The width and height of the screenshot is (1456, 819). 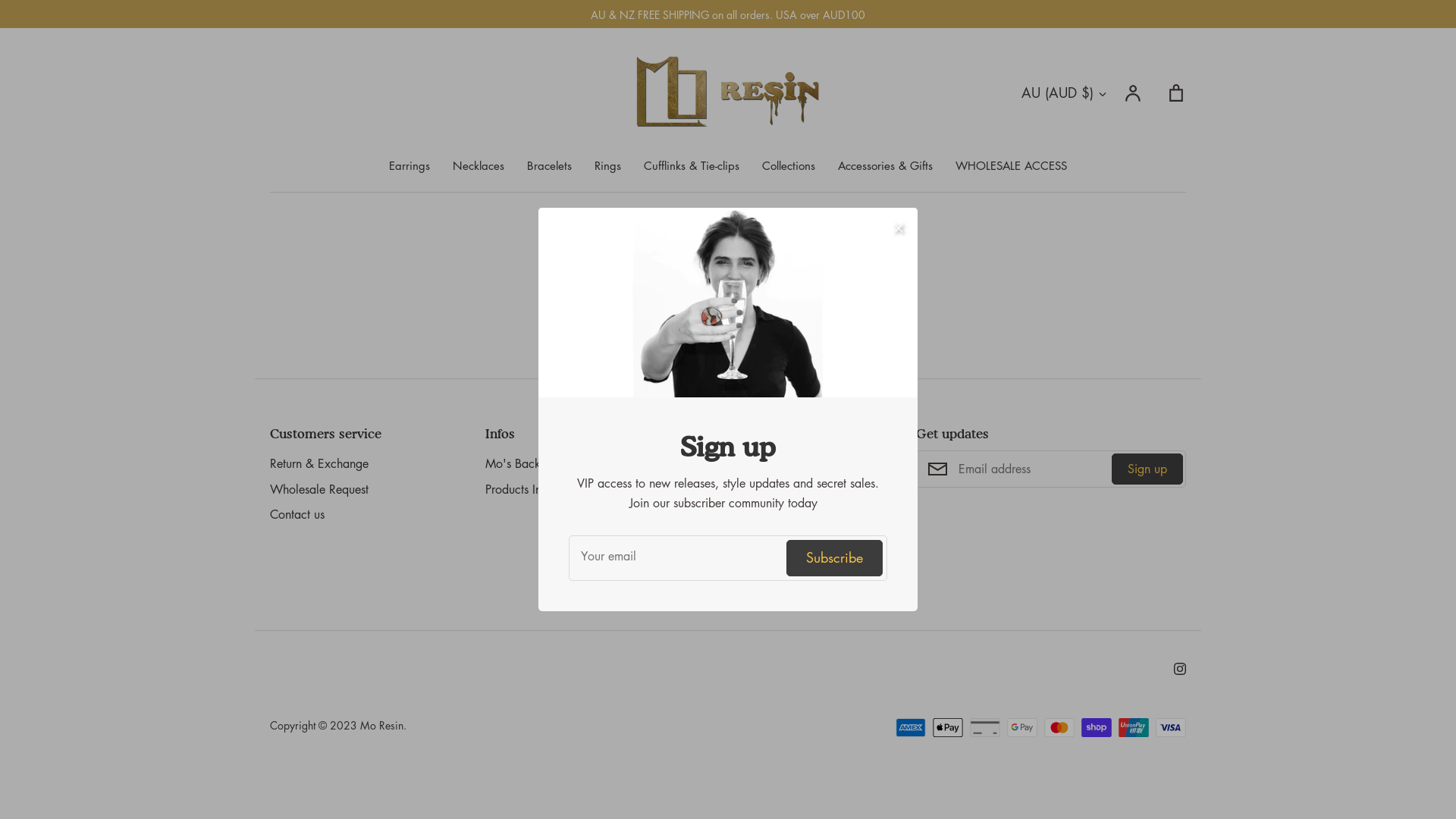 What do you see at coordinates (1124, 93) in the screenshot?
I see `'Account'` at bounding box center [1124, 93].